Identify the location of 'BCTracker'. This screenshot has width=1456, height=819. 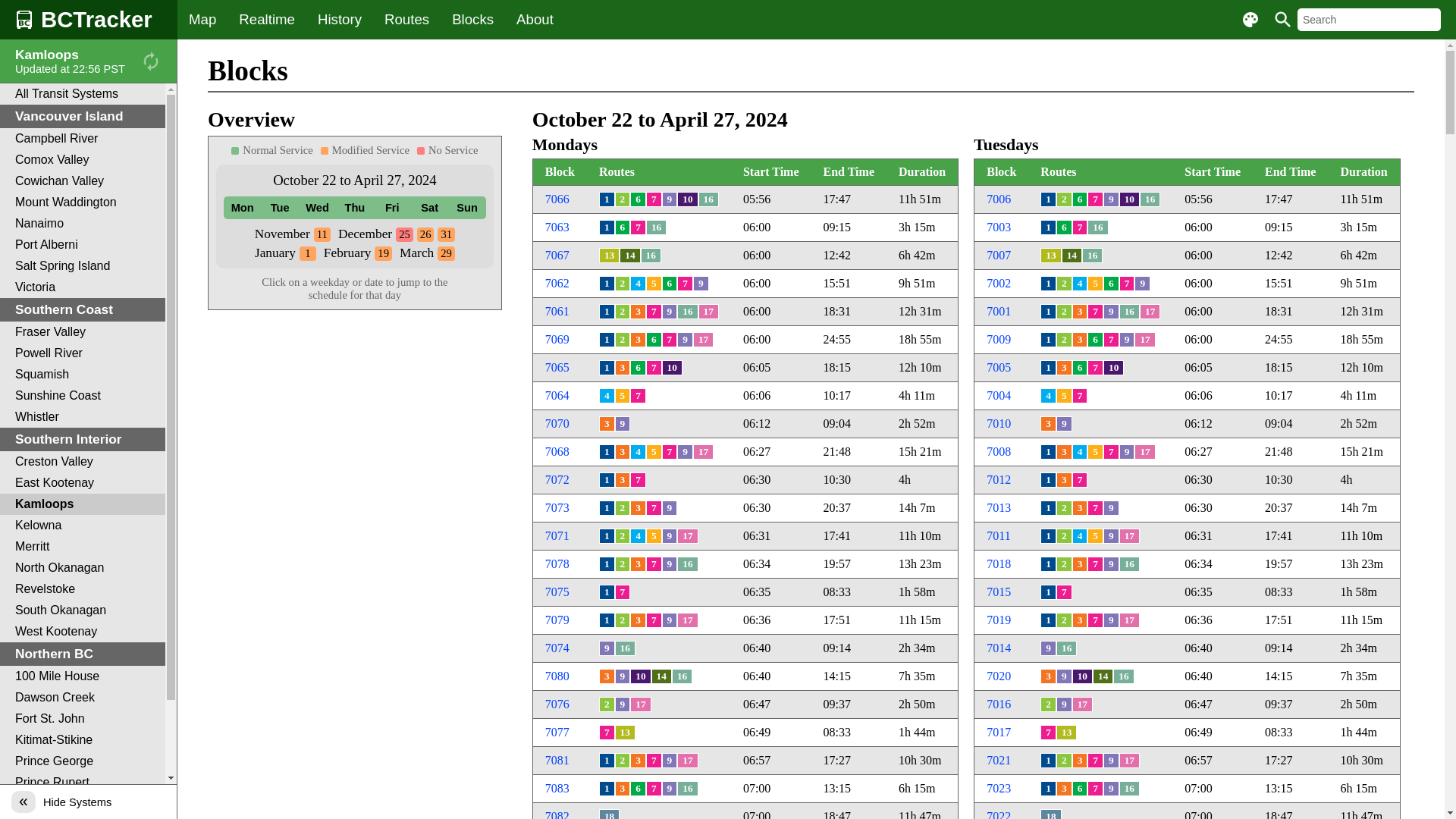
(87, 20).